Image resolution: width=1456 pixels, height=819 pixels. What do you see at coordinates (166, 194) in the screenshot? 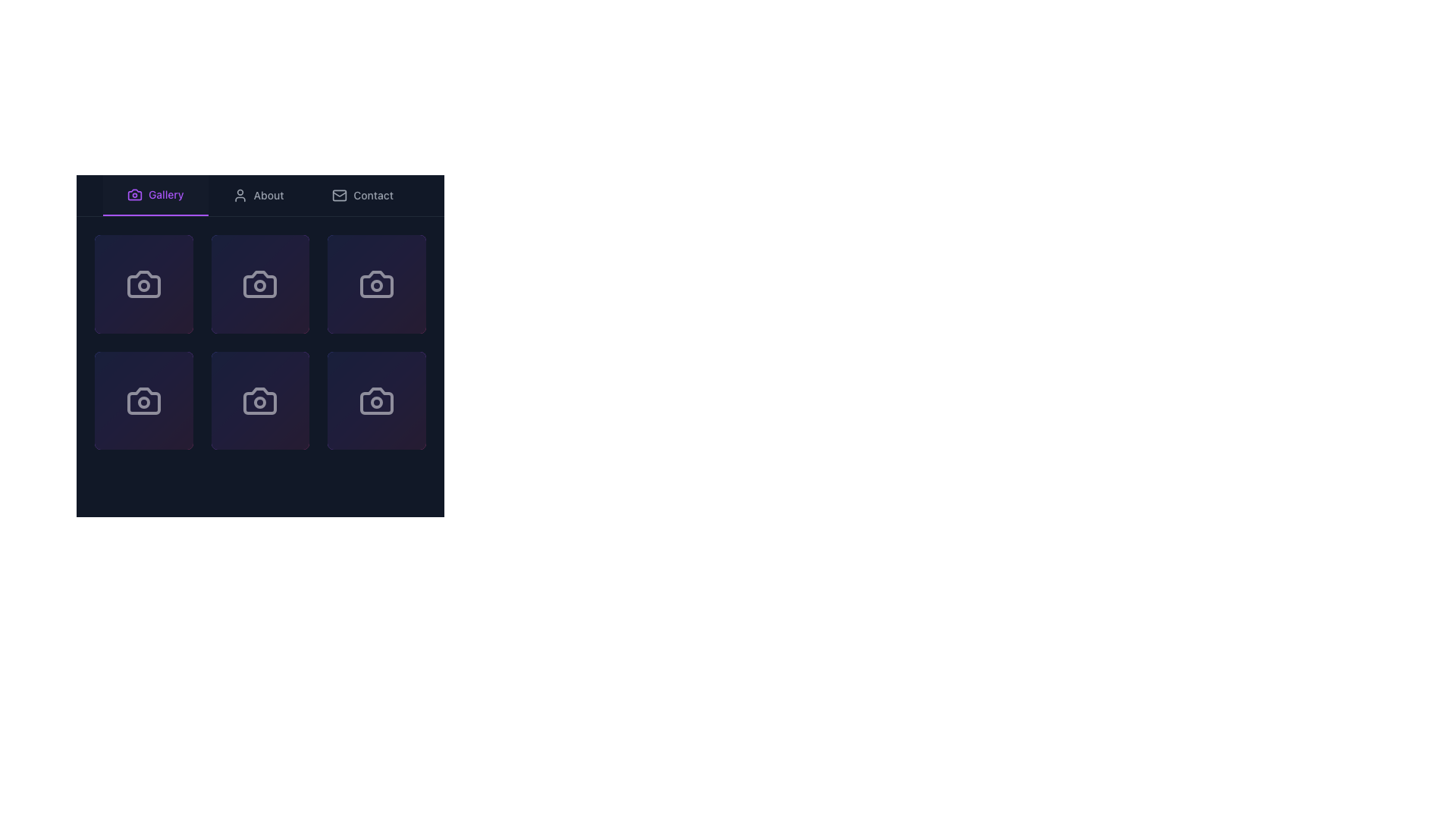
I see `'Gallery' navigation label located in the horizontal navigation bar, positioned to the right of the camera icon and to the left of the 'About' and 'Contact' options` at bounding box center [166, 194].